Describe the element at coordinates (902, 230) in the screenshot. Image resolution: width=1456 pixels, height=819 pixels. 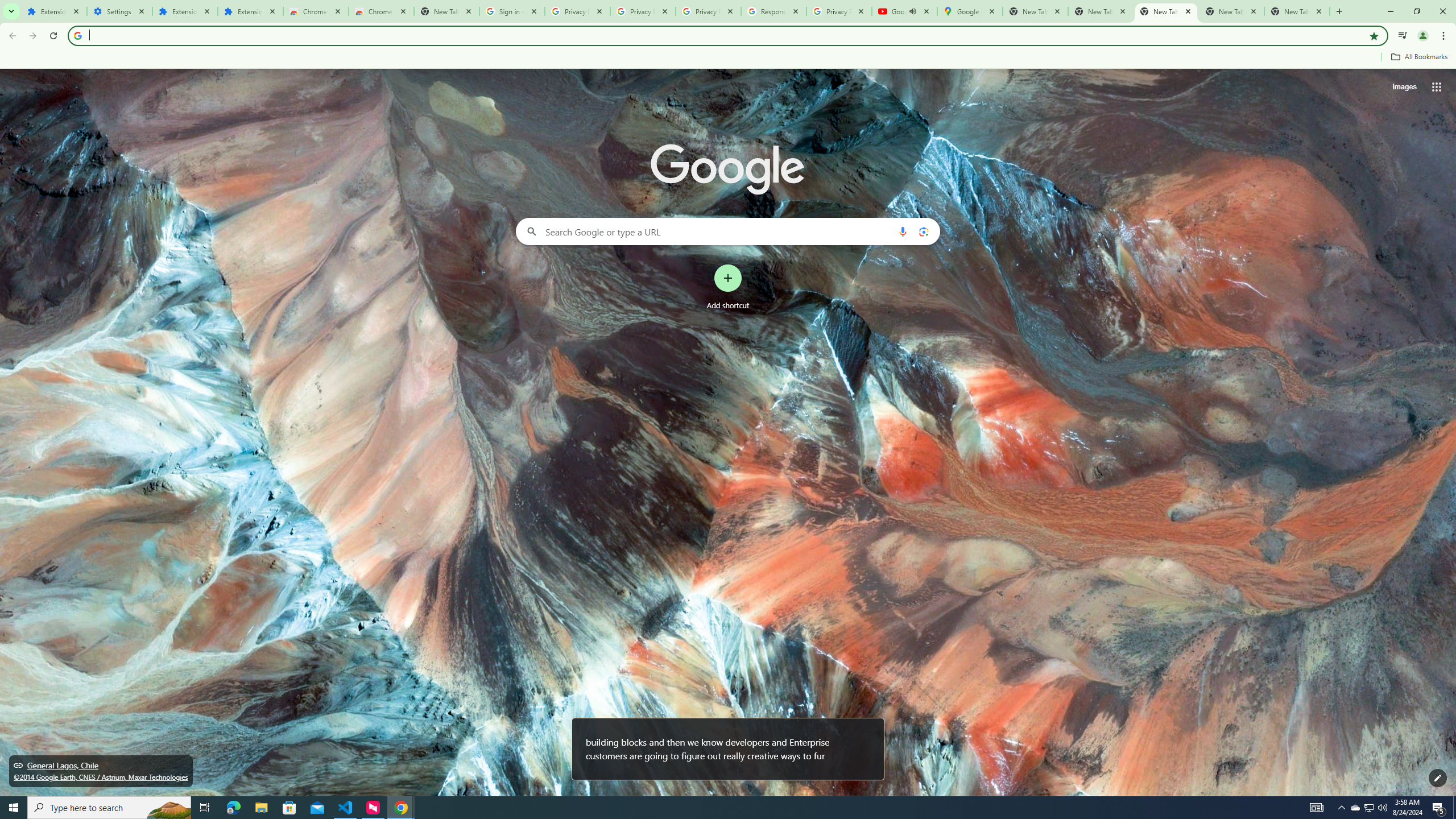
I see `'Search by voice'` at that location.